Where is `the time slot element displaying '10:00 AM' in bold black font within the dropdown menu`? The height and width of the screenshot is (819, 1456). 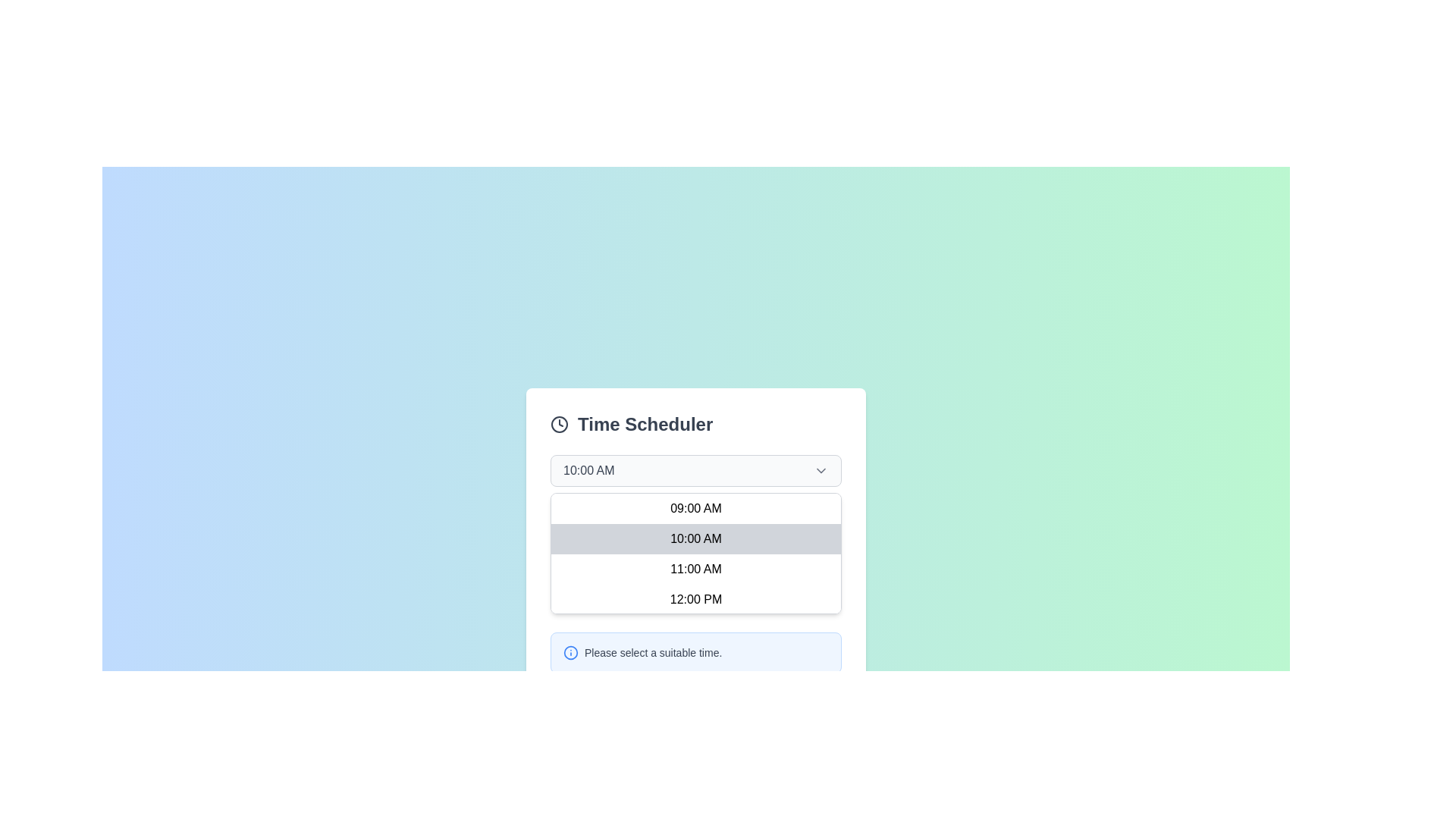
the time slot element displaying '10:00 AM' in bold black font within the dropdown menu is located at coordinates (695, 538).